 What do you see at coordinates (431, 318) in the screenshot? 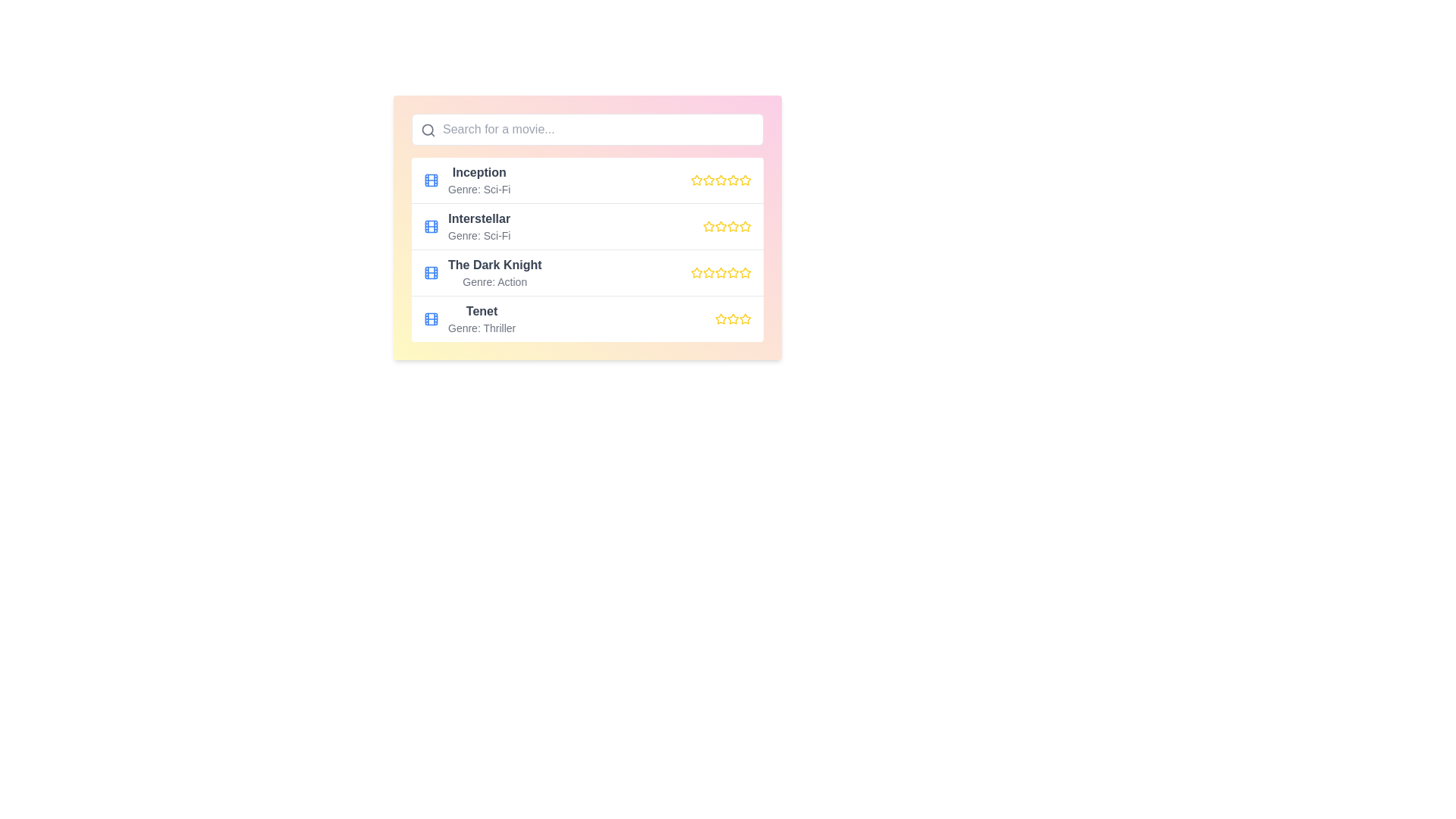
I see `the decorative component with rounded corners inside the film strip icon, located to the left of the movie title 'Tenet'` at bounding box center [431, 318].